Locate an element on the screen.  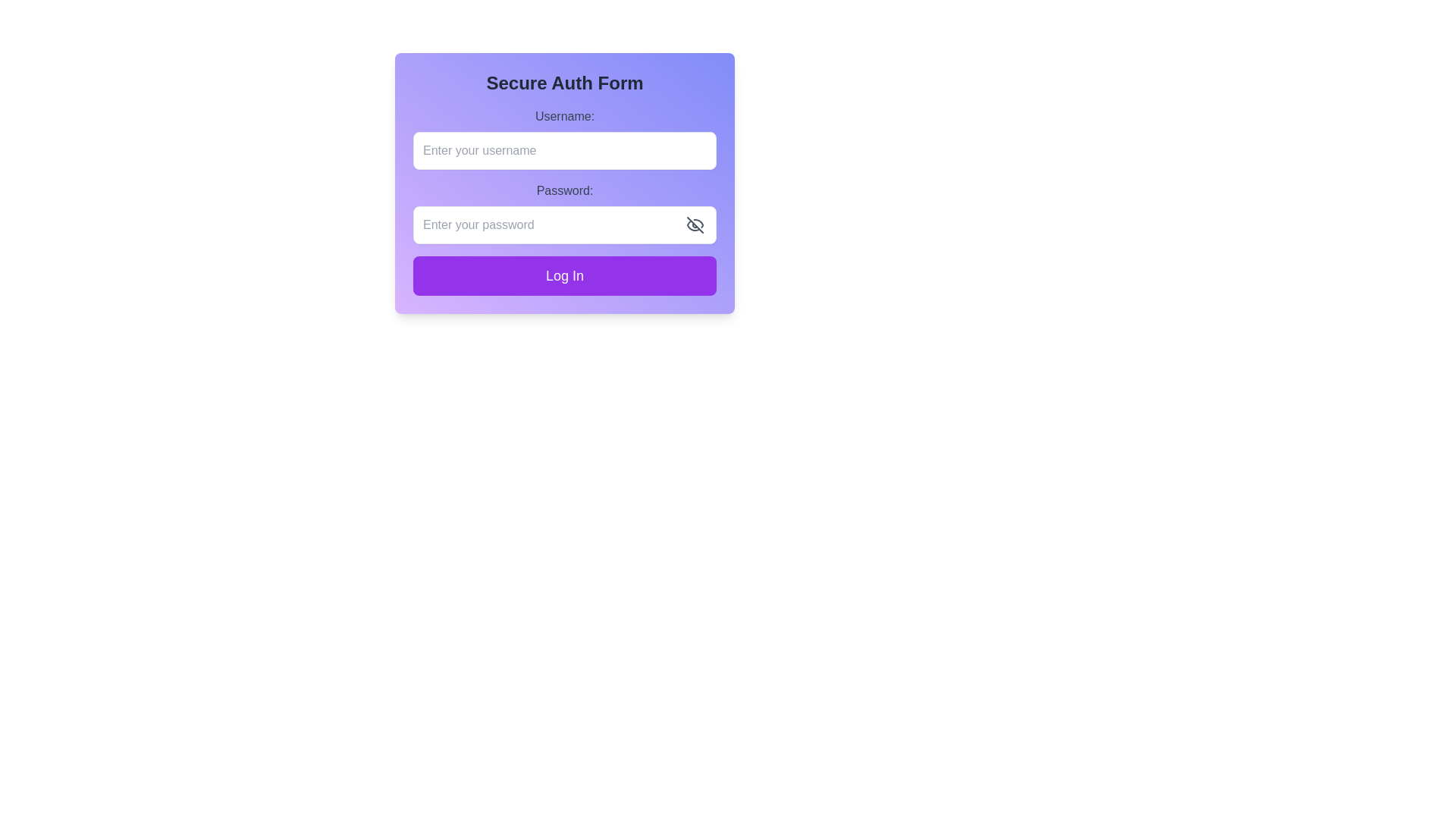
the 'hide' button icon resembling an eye with a line striking through it, located on the right edge of the password input field is located at coordinates (694, 225).